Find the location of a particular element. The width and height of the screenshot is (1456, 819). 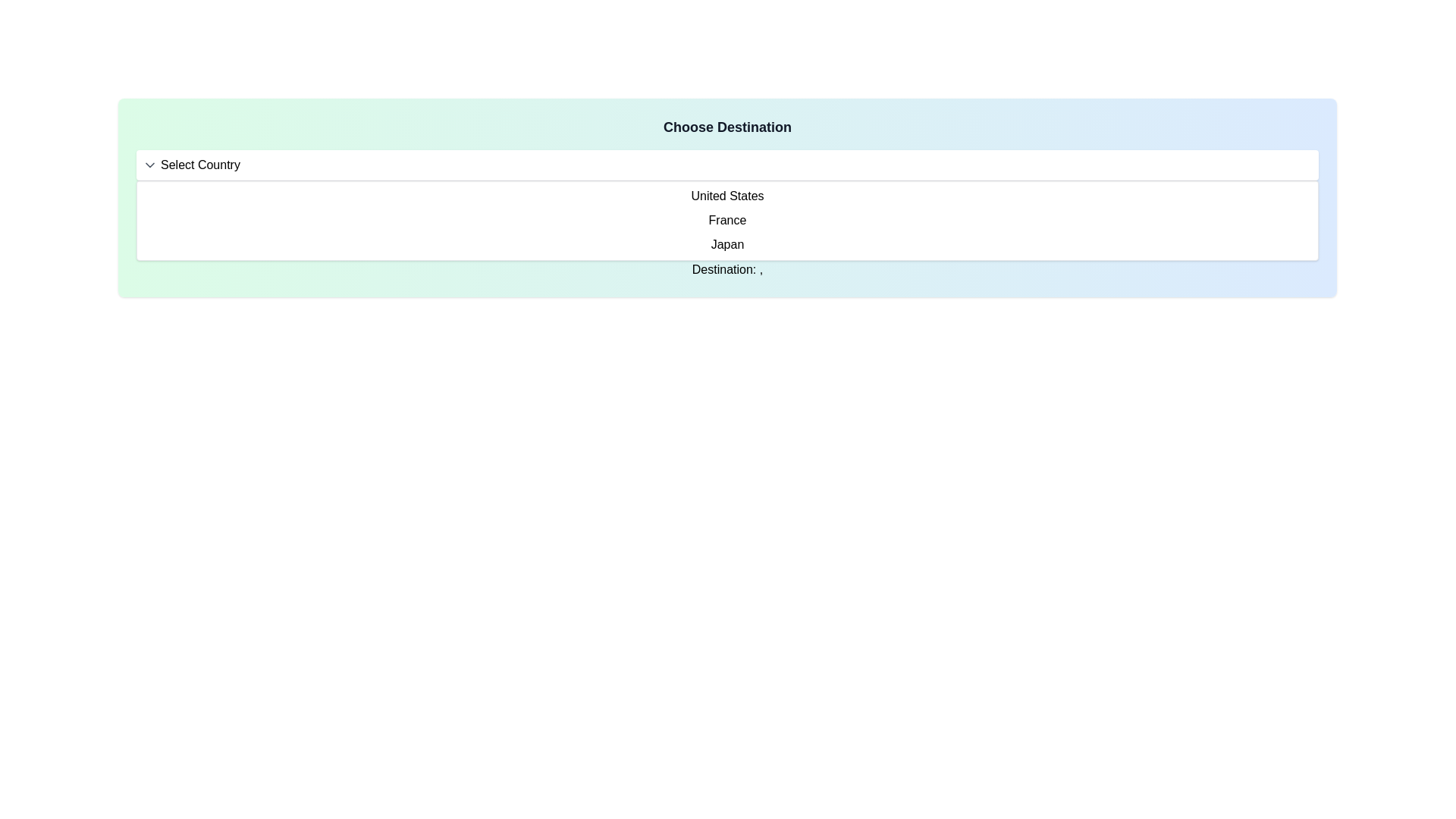

text content of the label located at the bottom of the rounded rectangular UI card with a gradient background, which is positioned below the country names section is located at coordinates (726, 268).